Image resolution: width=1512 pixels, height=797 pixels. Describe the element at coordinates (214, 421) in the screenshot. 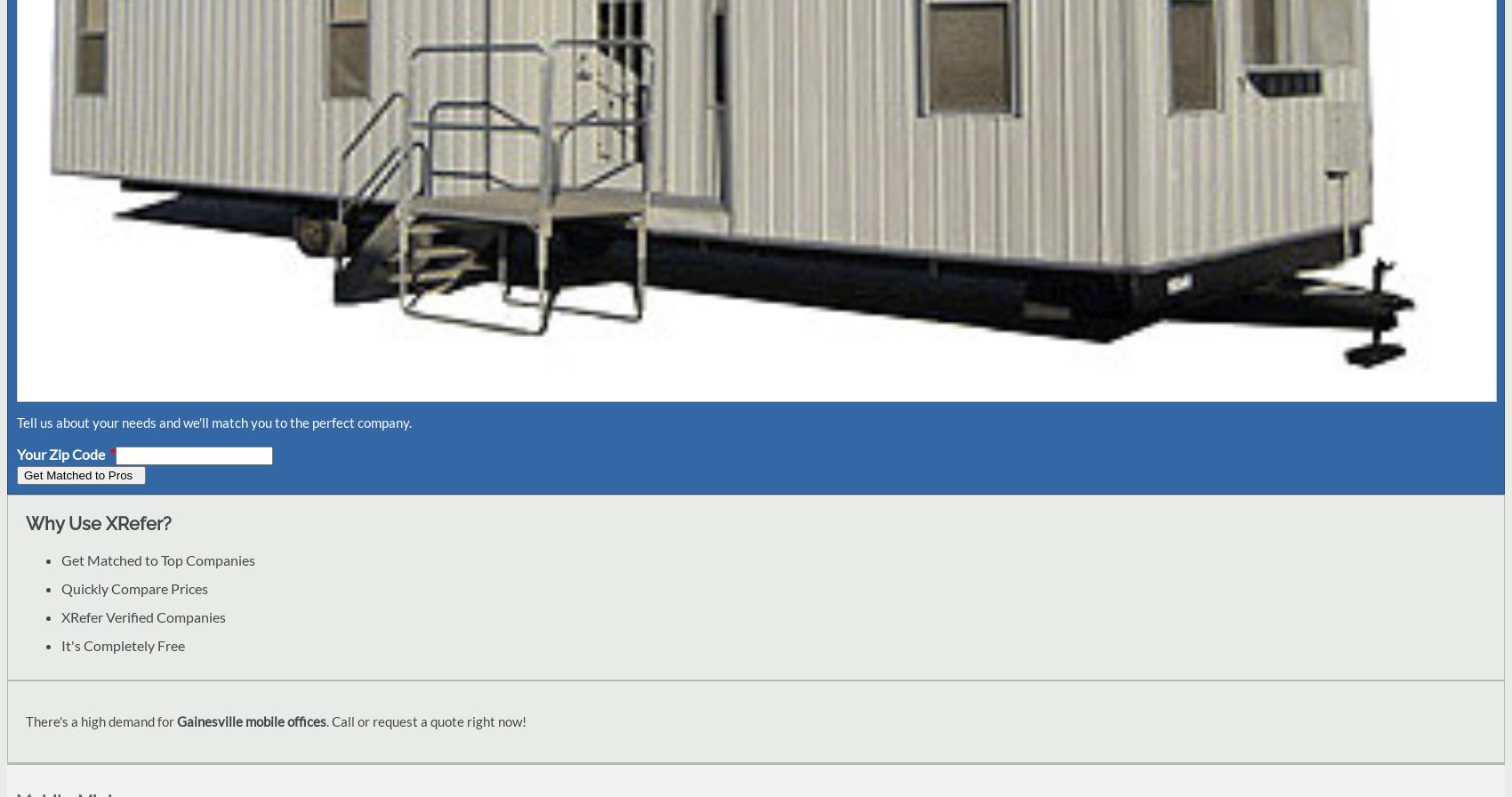

I see `'Tell us about your needs and we'll match you to the perfect company.'` at that location.